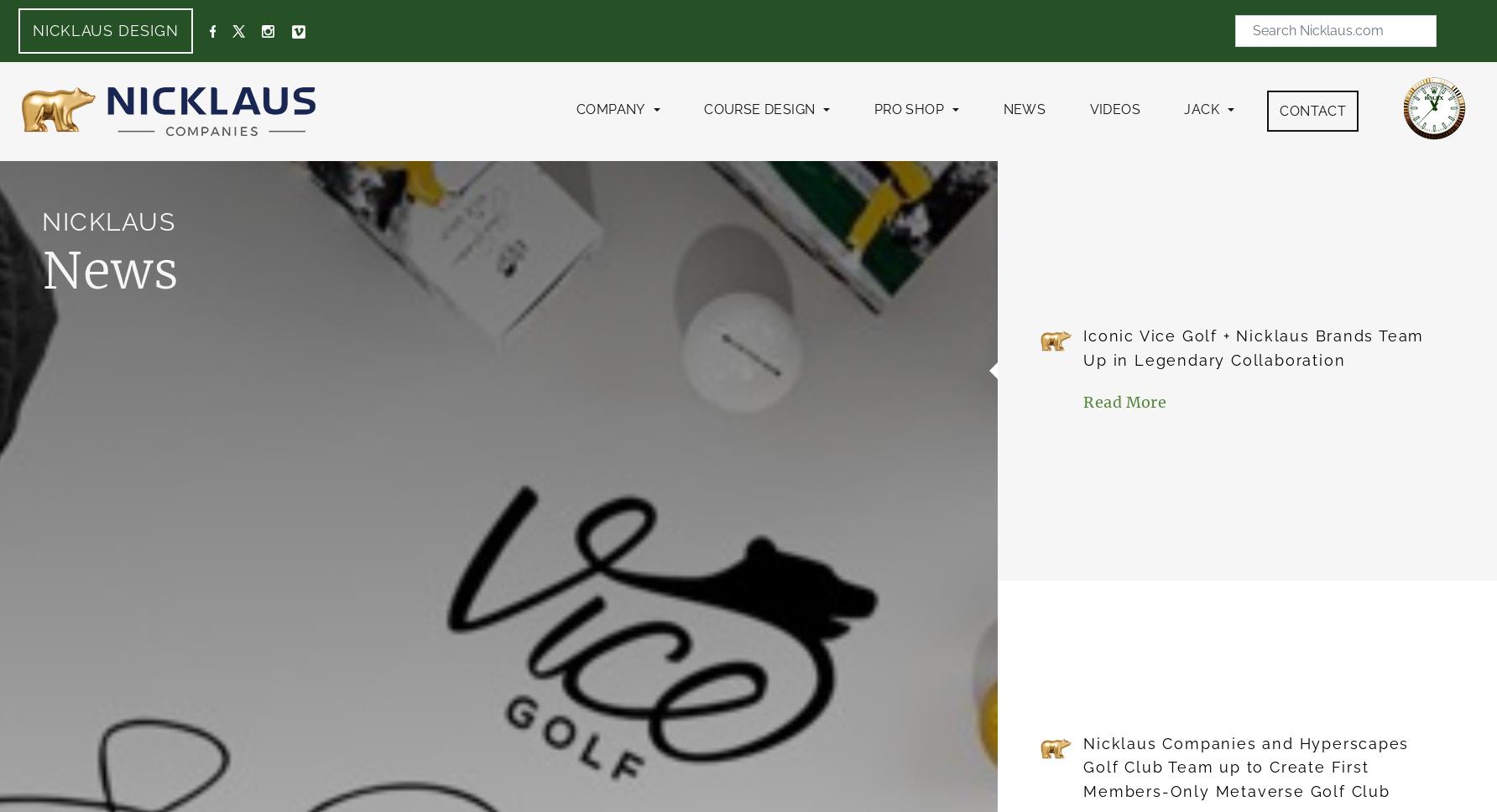  Describe the element at coordinates (610, 108) in the screenshot. I see `'Company'` at that location.